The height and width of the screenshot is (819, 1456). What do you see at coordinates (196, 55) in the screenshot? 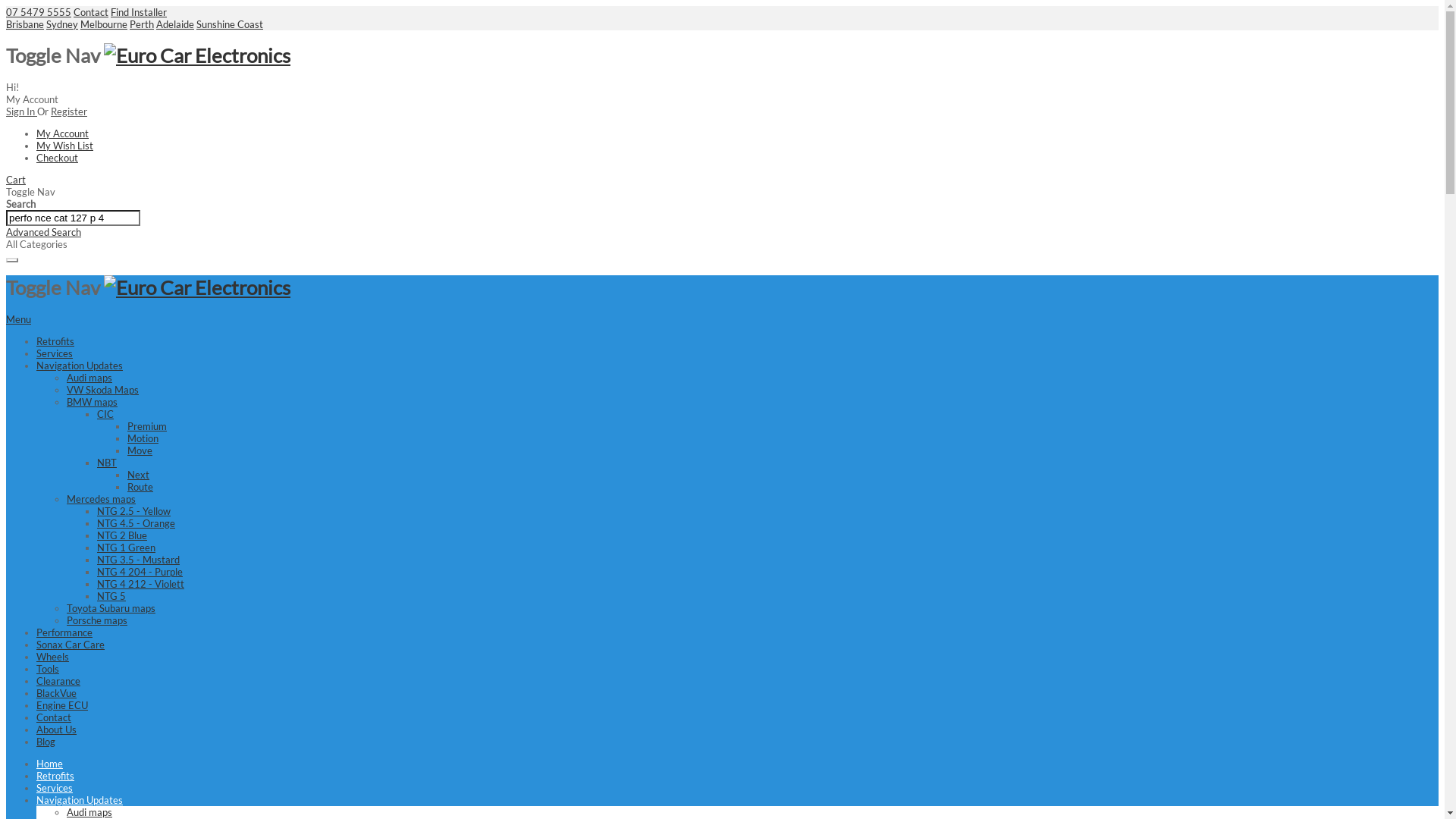
I see `'Euro Car Electronics'` at bounding box center [196, 55].